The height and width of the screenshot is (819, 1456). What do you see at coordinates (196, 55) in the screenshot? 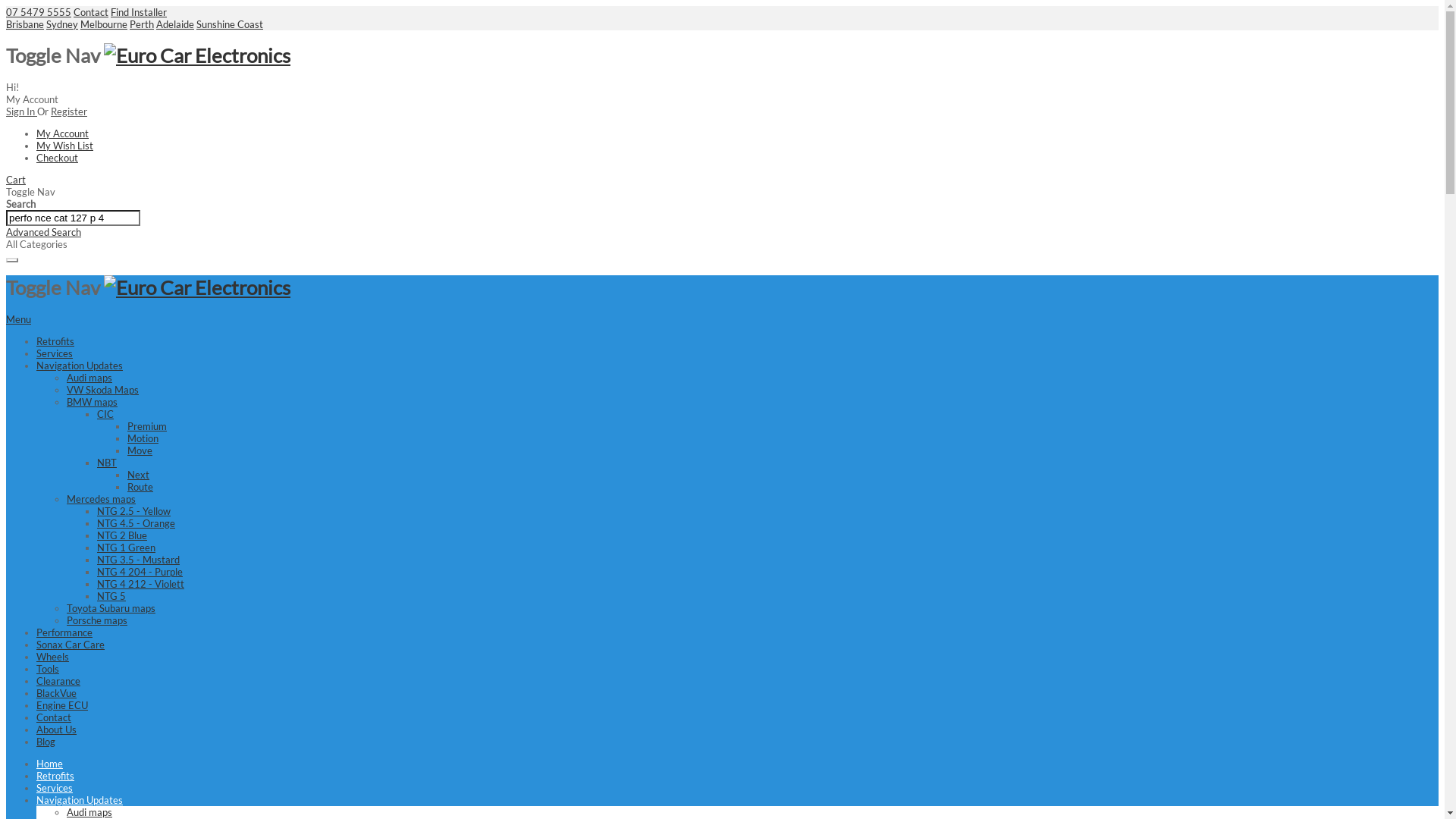
I see `'Euro Car Electronics'` at bounding box center [196, 55].